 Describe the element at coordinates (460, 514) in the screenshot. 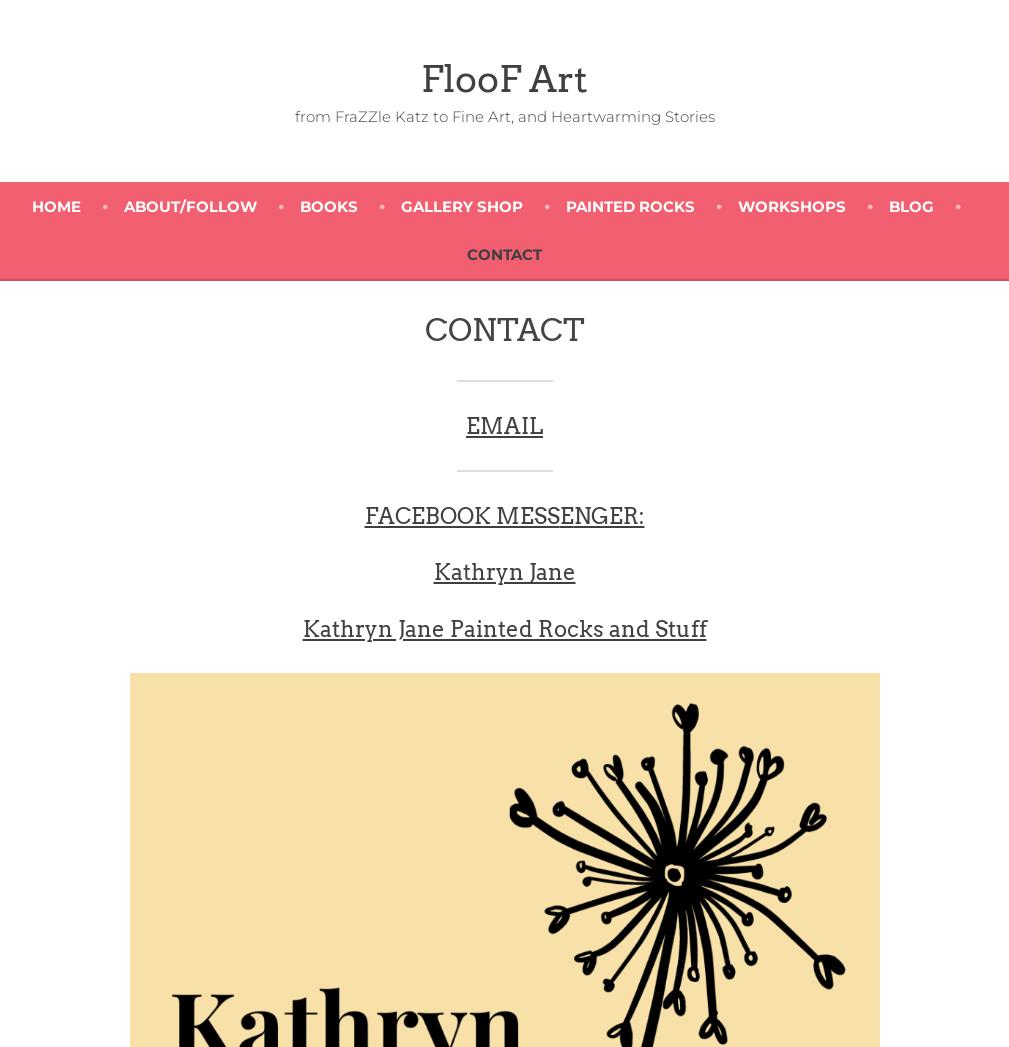

I see `'FACEBOOK MESS'` at that location.